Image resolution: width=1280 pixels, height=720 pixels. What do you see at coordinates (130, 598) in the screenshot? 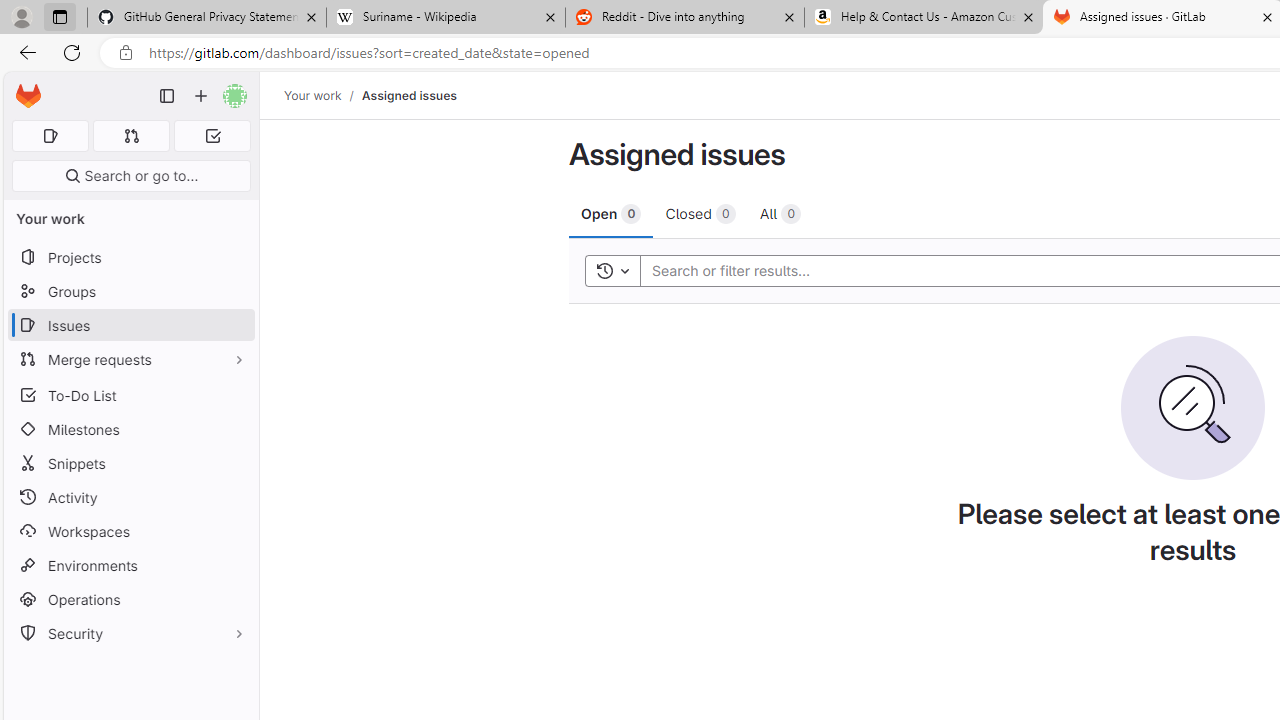
I see `'Operations'` at bounding box center [130, 598].